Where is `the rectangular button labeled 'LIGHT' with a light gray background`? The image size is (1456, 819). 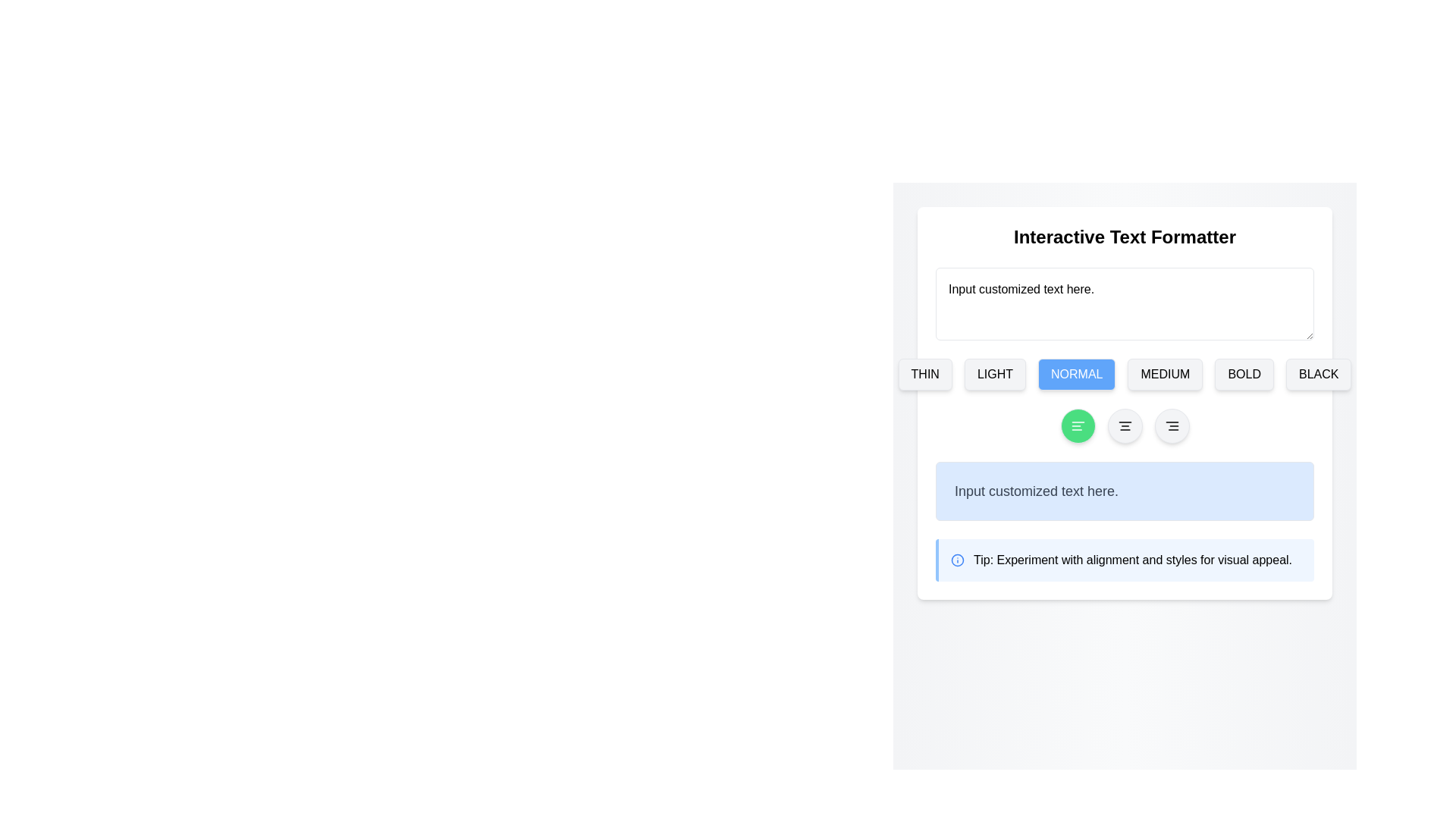
the rectangular button labeled 'LIGHT' with a light gray background is located at coordinates (995, 374).